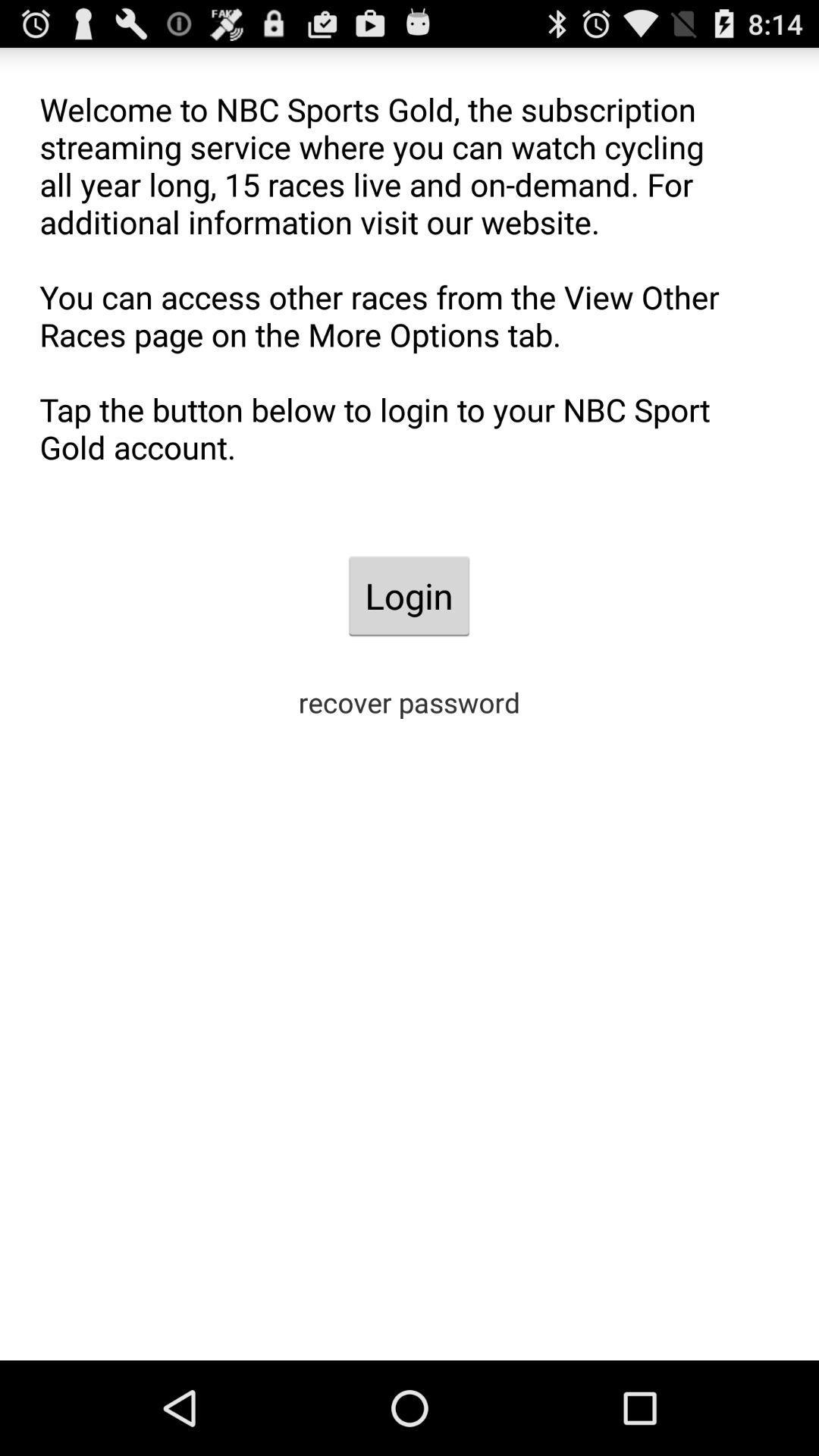  I want to click on button below login icon, so click(409, 701).